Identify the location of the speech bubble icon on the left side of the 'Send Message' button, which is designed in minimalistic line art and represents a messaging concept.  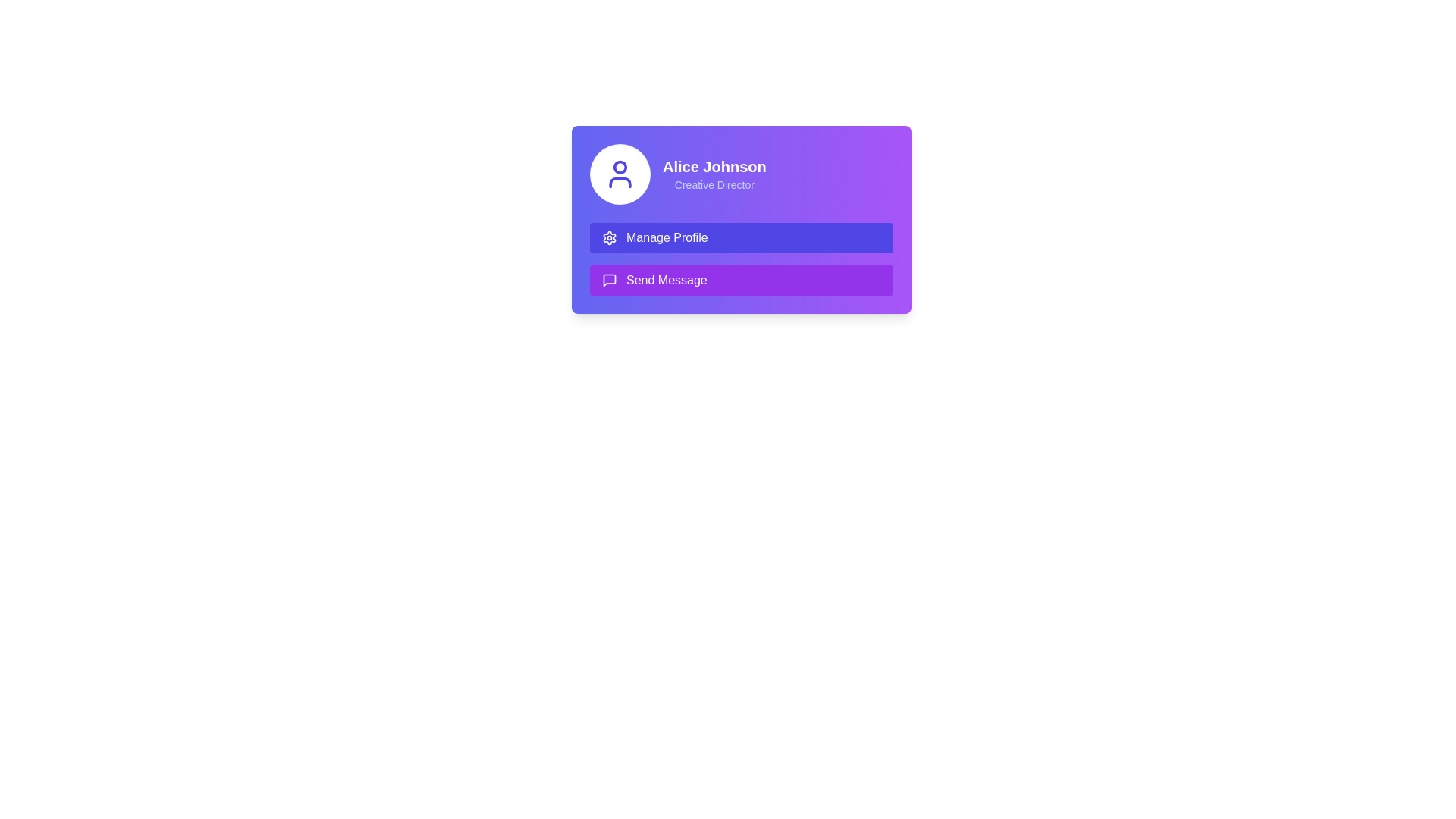
(610, 281).